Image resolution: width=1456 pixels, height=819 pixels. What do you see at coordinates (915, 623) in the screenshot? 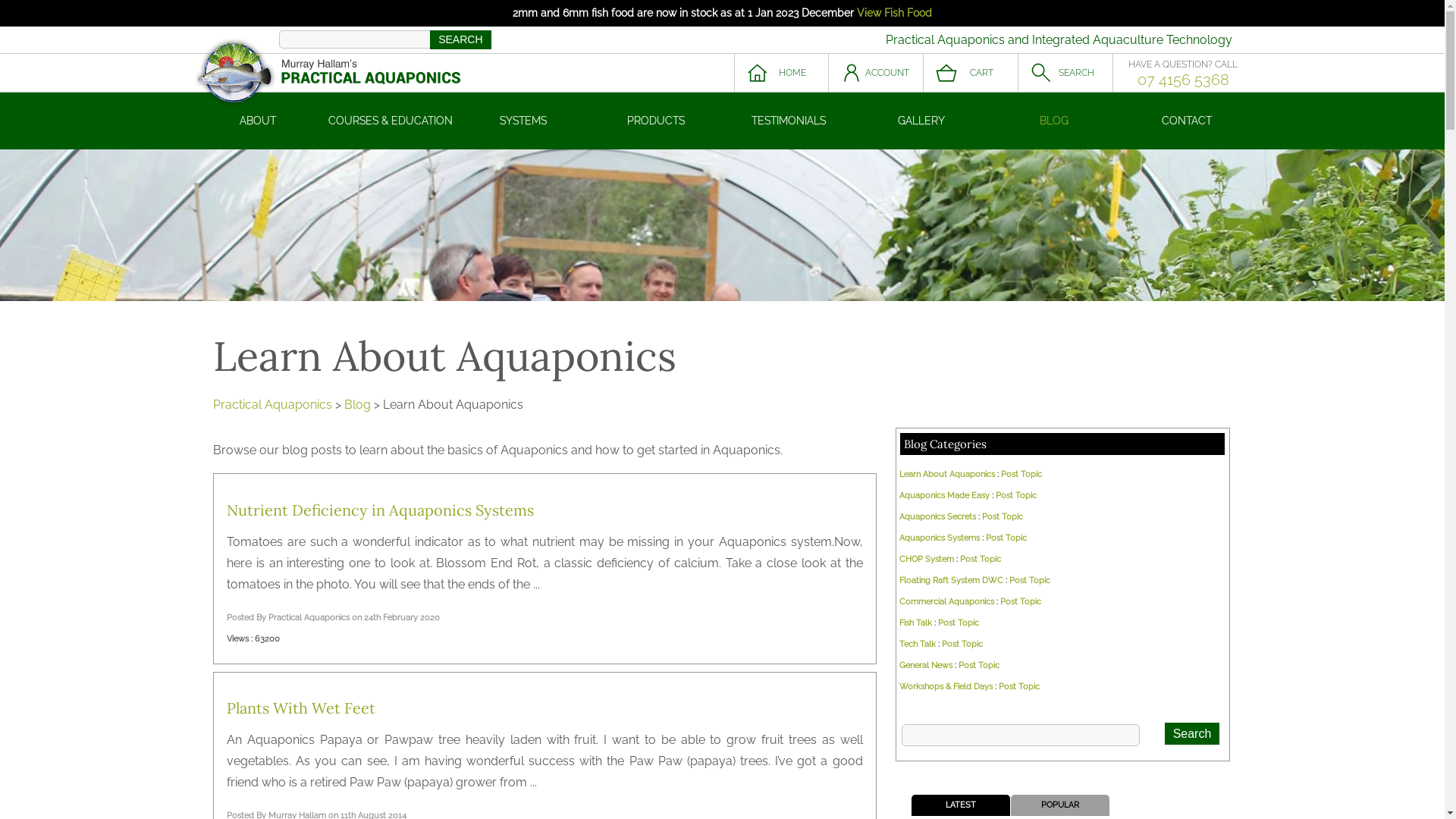
I see `'Fish Talk'` at bounding box center [915, 623].